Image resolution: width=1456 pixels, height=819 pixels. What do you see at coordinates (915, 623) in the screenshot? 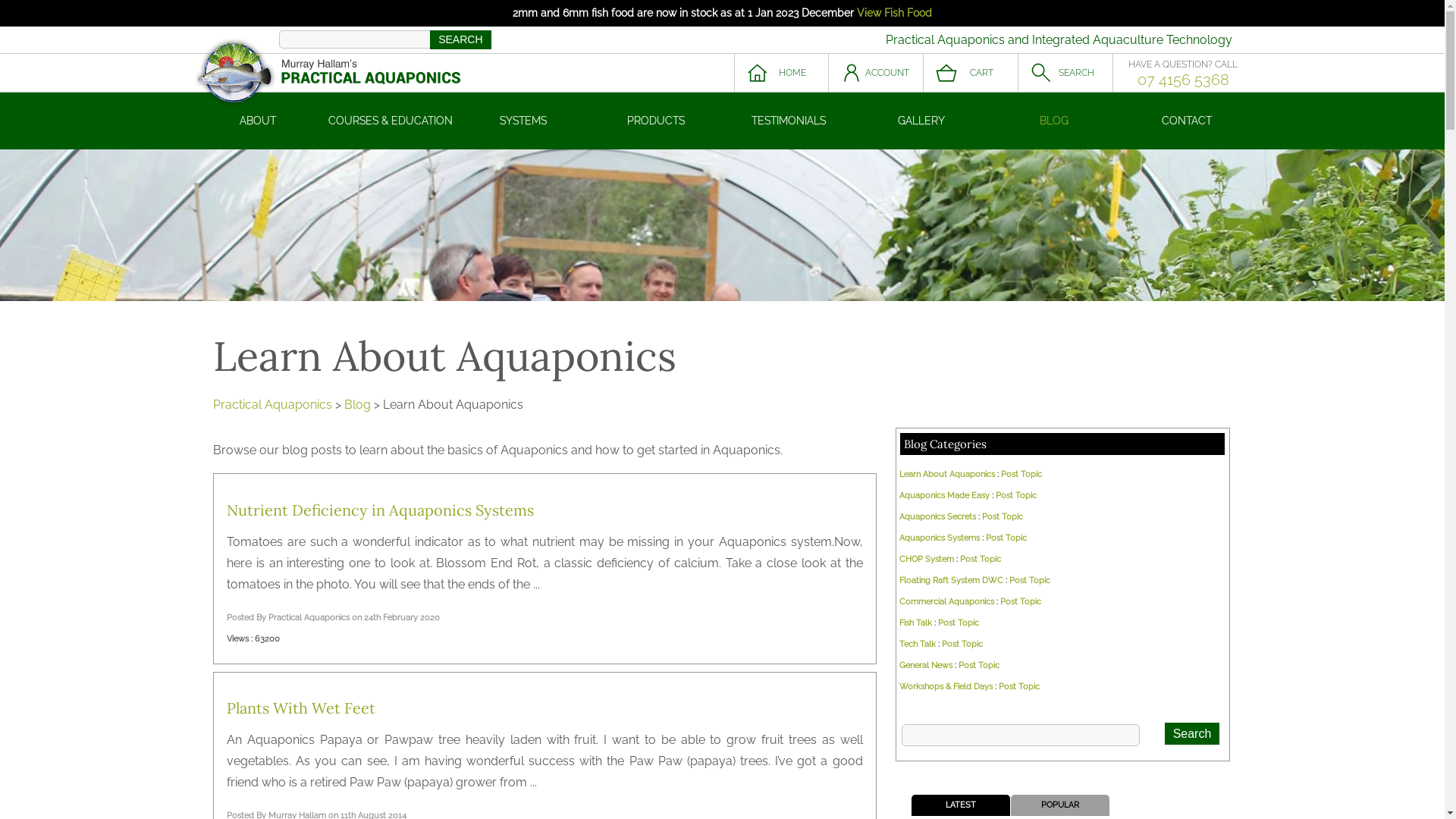
I see `'Fish Talk'` at bounding box center [915, 623].